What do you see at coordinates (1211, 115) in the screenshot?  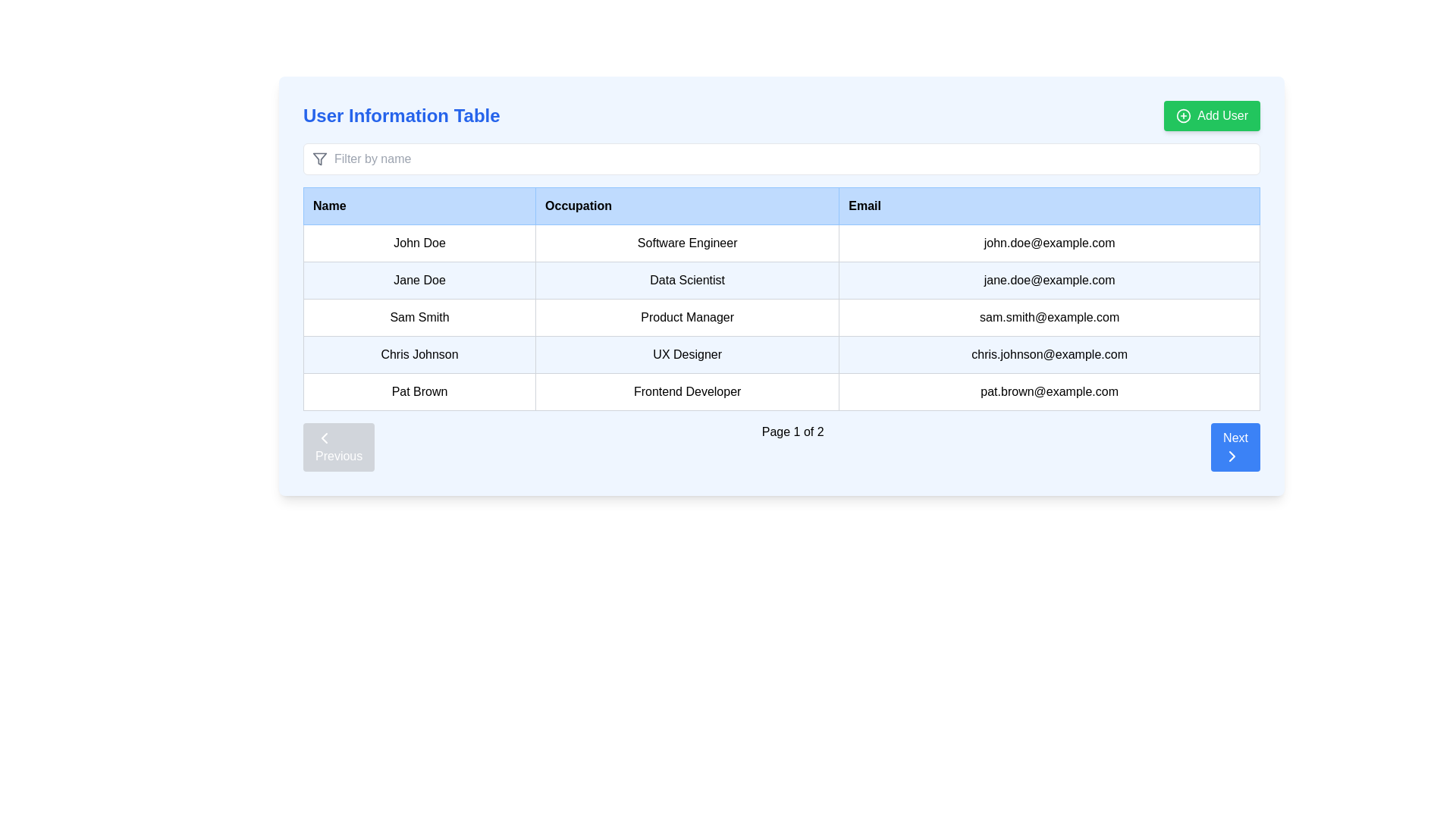 I see `the 'Add User' button with a green background and white text to trigger the color change effect` at bounding box center [1211, 115].